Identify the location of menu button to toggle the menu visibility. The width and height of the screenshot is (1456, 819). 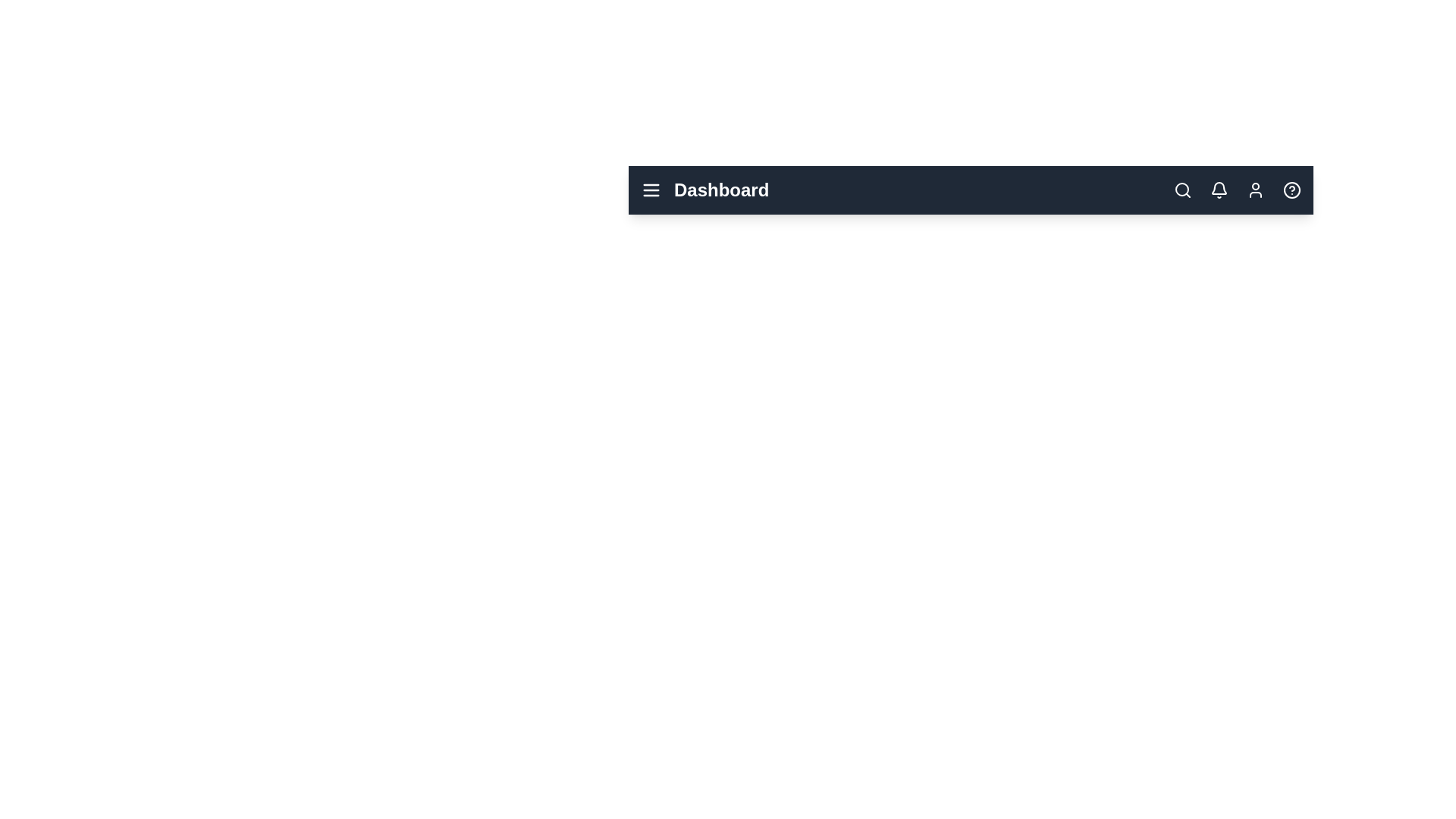
(651, 189).